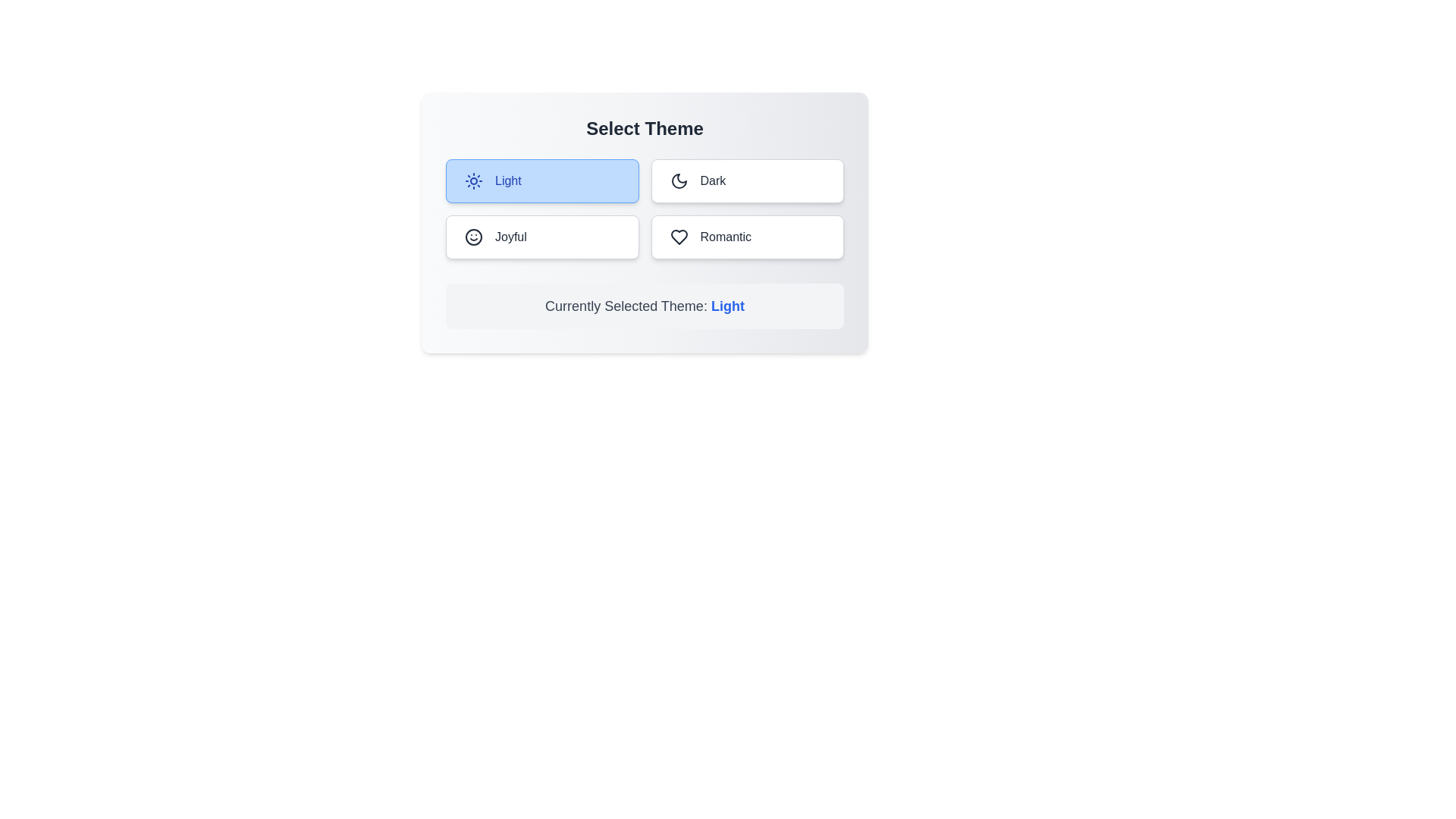  I want to click on the theme Romantic by clicking on the corresponding button, so click(747, 237).